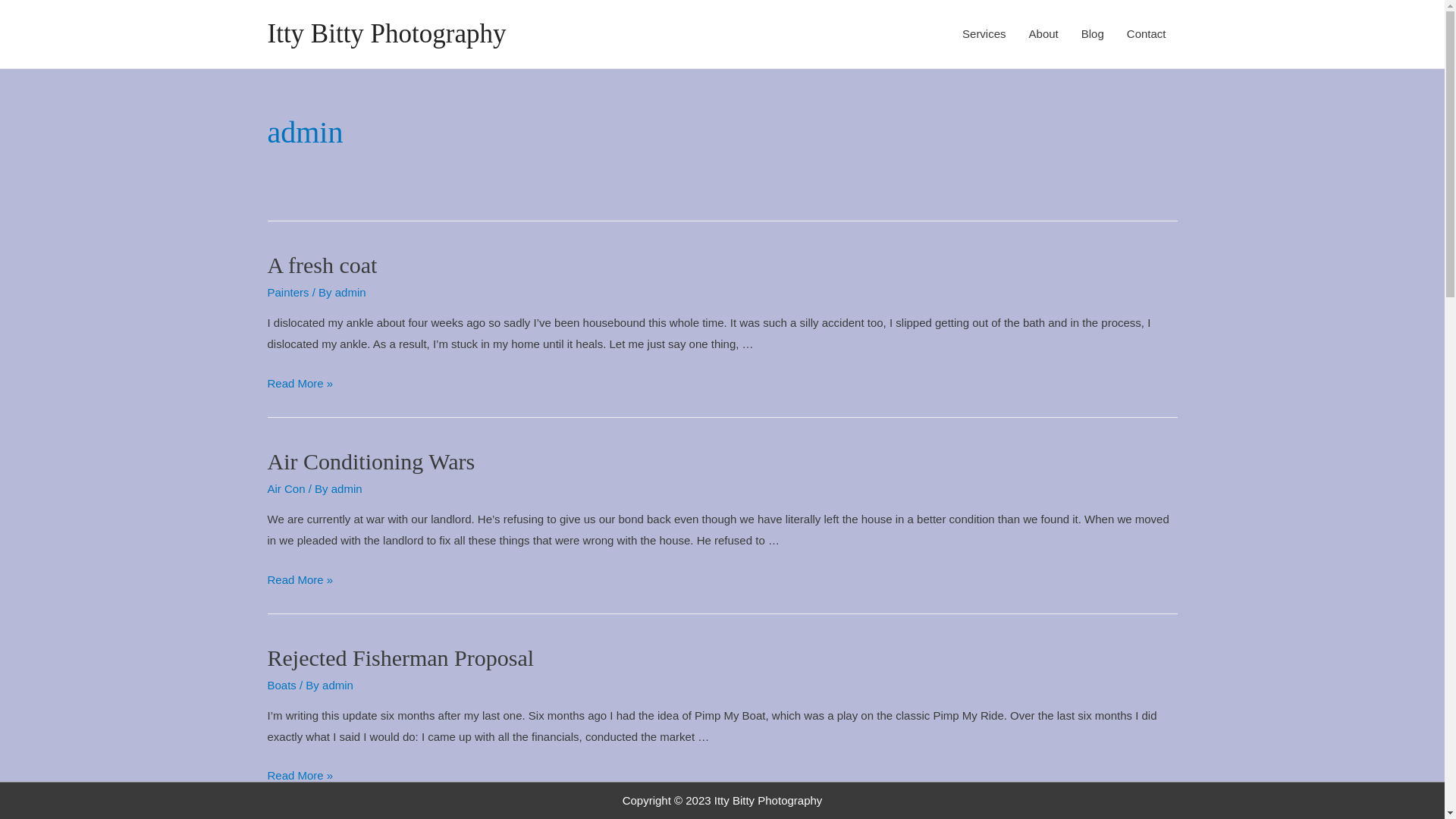 The image size is (1456, 819). What do you see at coordinates (386, 33) in the screenshot?
I see `'Itty Bitty Photography'` at bounding box center [386, 33].